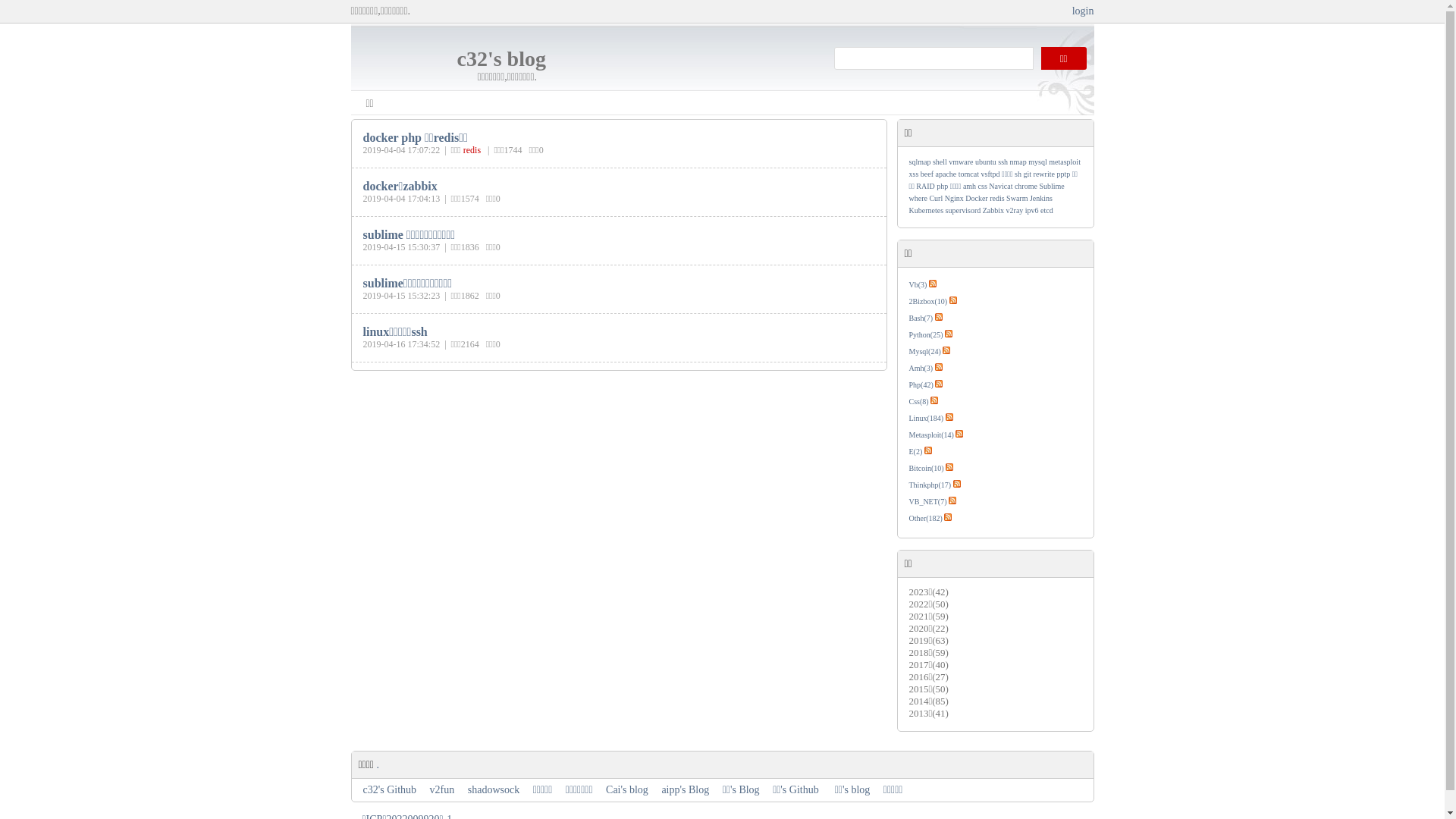  Describe the element at coordinates (924, 334) in the screenshot. I see `'Python(25)'` at that location.